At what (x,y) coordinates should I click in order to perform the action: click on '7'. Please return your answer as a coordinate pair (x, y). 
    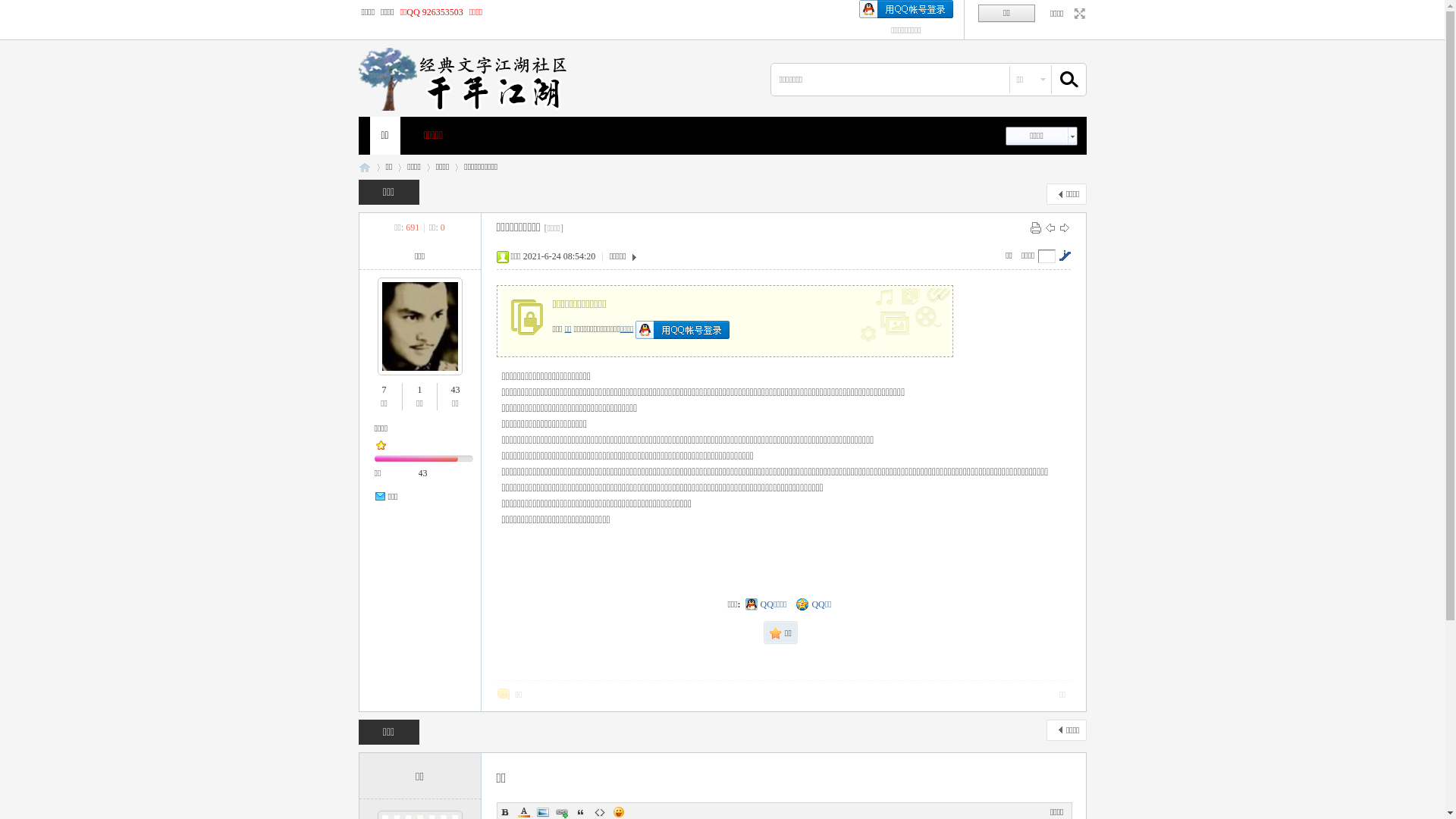
    Looking at the image, I should click on (384, 388).